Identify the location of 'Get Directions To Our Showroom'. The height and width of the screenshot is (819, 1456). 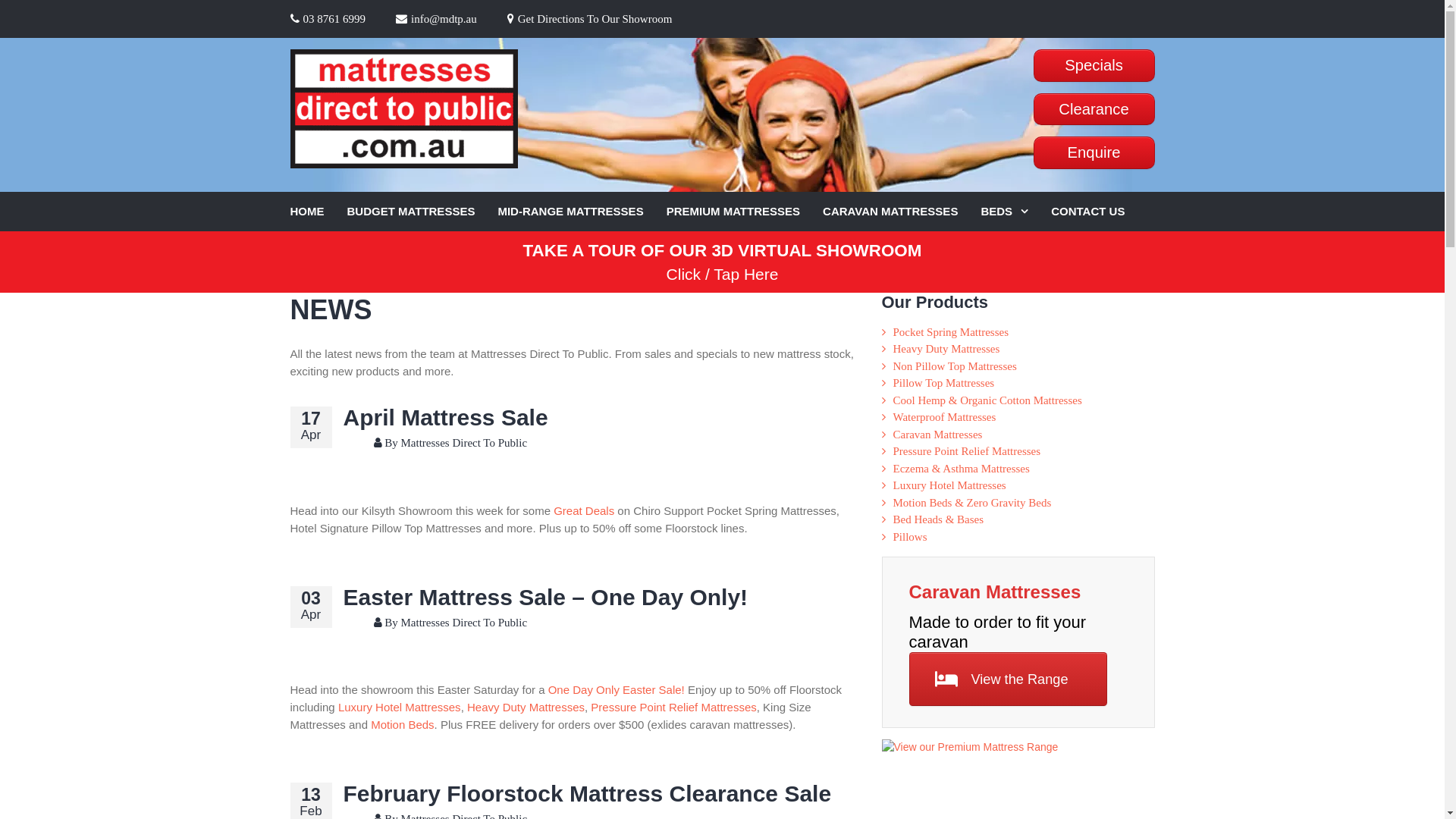
(588, 18).